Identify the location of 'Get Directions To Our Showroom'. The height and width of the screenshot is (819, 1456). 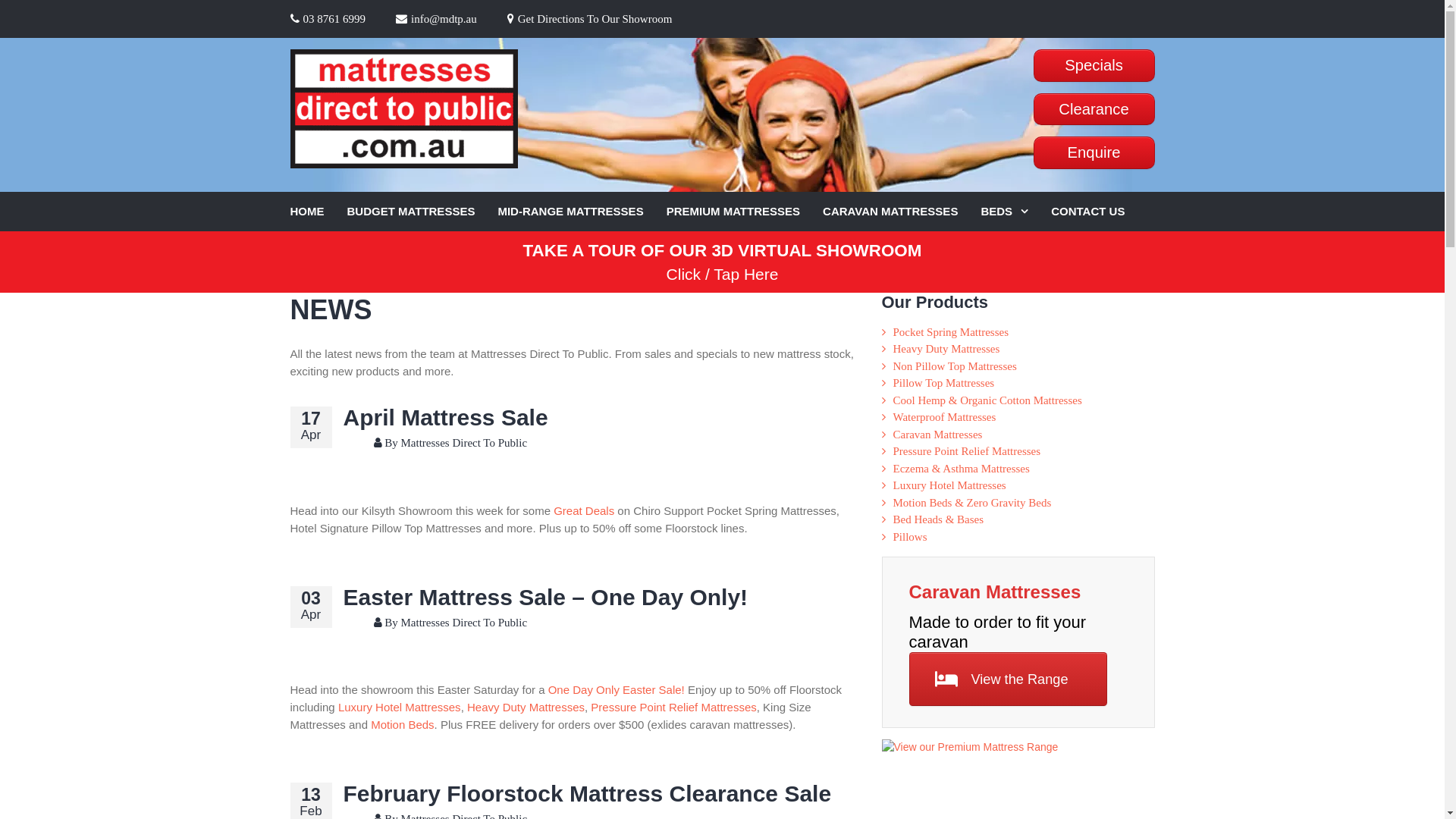
(588, 18).